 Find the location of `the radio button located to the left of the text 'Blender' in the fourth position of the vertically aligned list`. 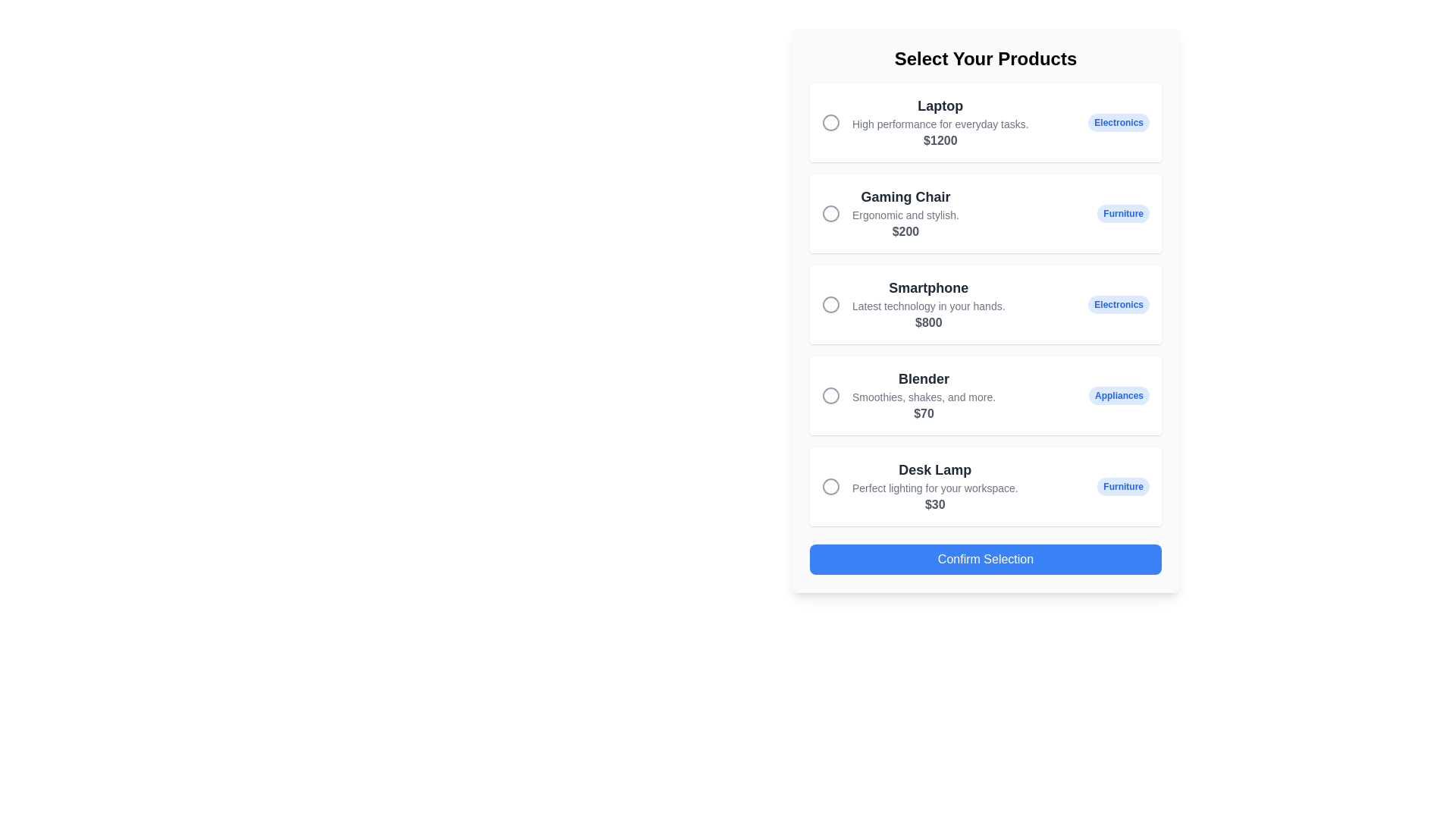

the radio button located to the left of the text 'Blender' in the fourth position of the vertically aligned list is located at coordinates (830, 394).